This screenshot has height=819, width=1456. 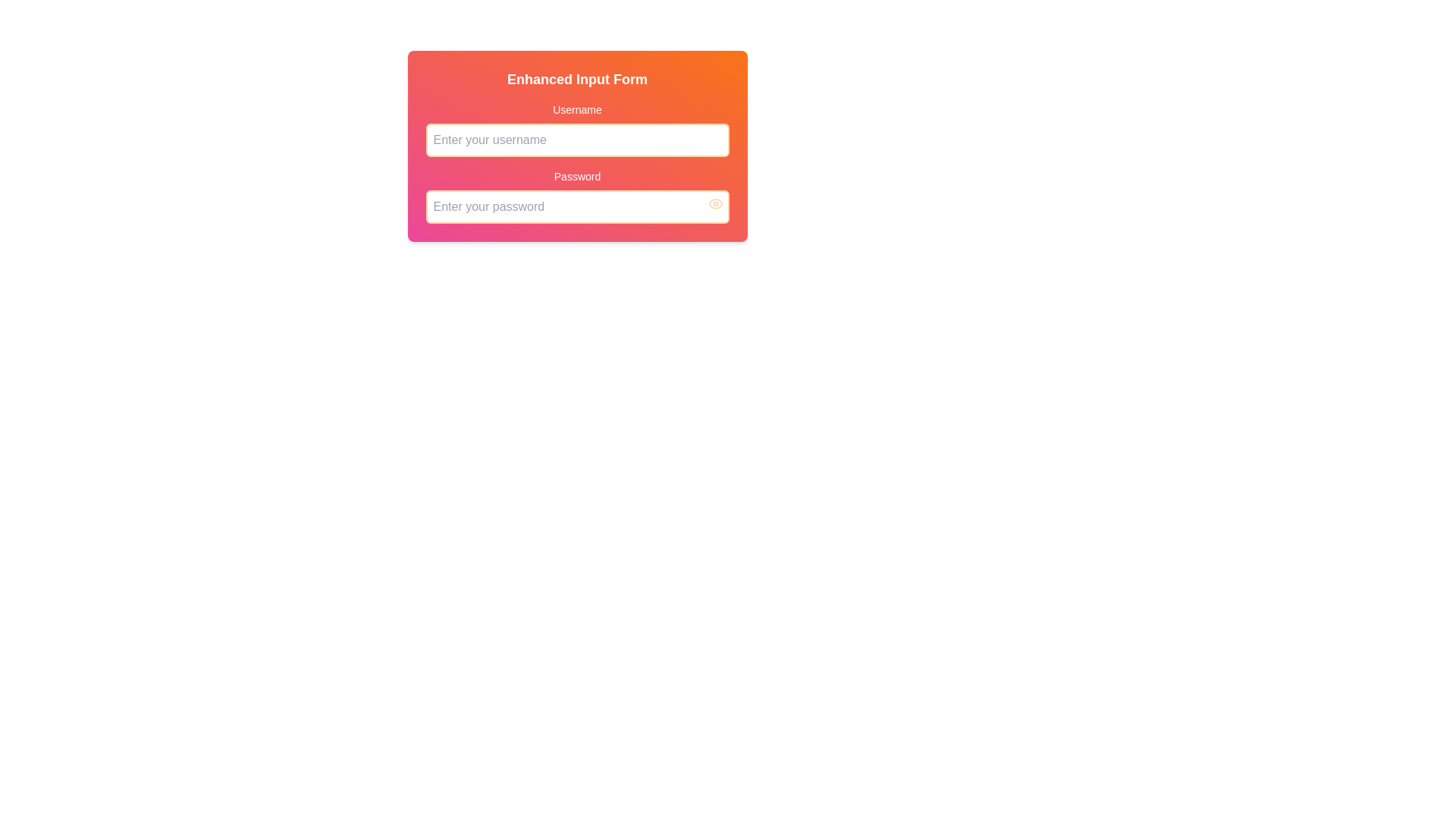 I want to click on the visibility toggle icon, an eye-shaped SVG image located at the top-right corner of the password input field, so click(x=714, y=203).